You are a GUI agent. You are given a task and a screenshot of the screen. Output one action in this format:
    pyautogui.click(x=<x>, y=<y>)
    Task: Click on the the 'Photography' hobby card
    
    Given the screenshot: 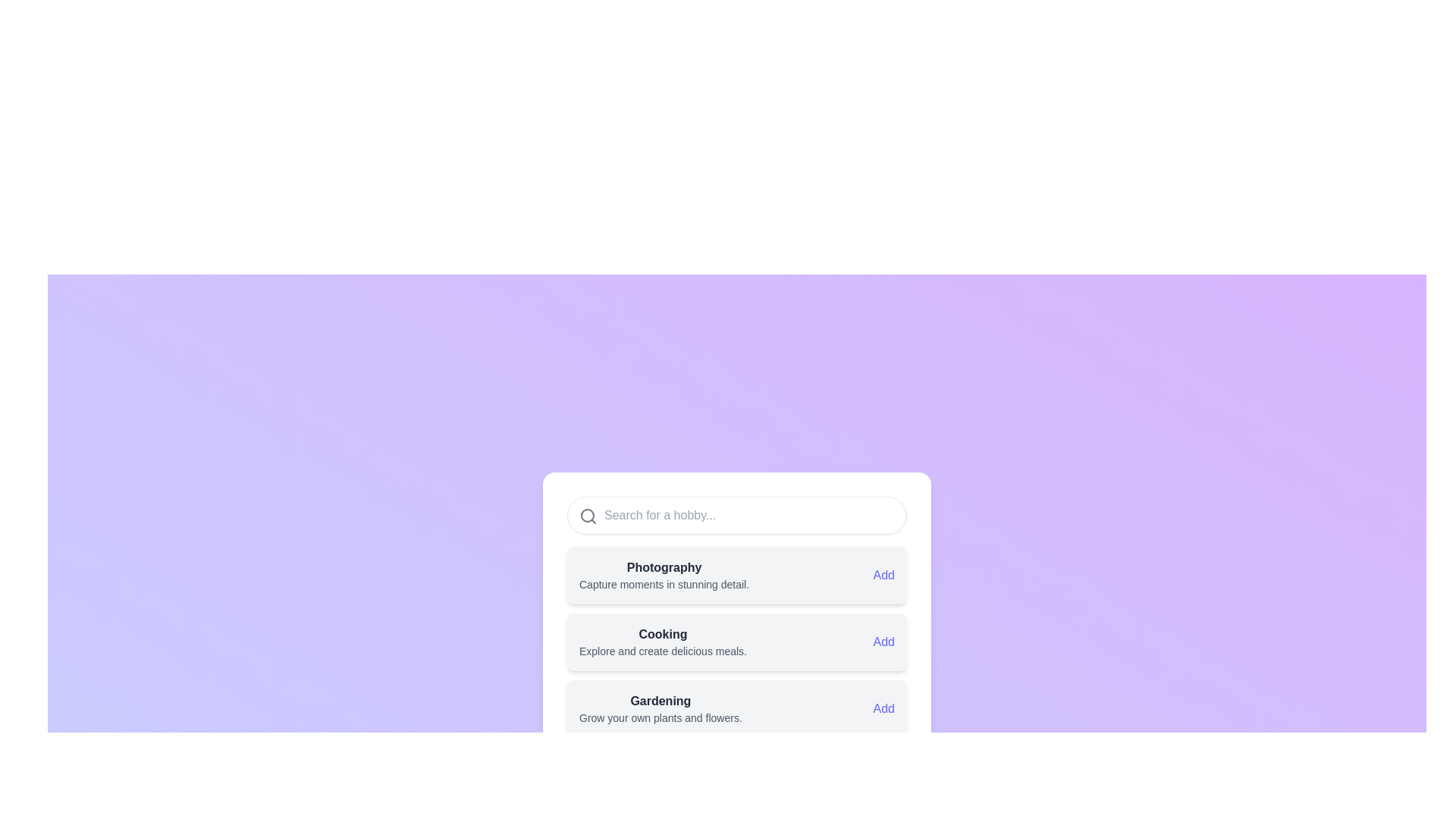 What is the action you would take?
    pyautogui.click(x=736, y=576)
    